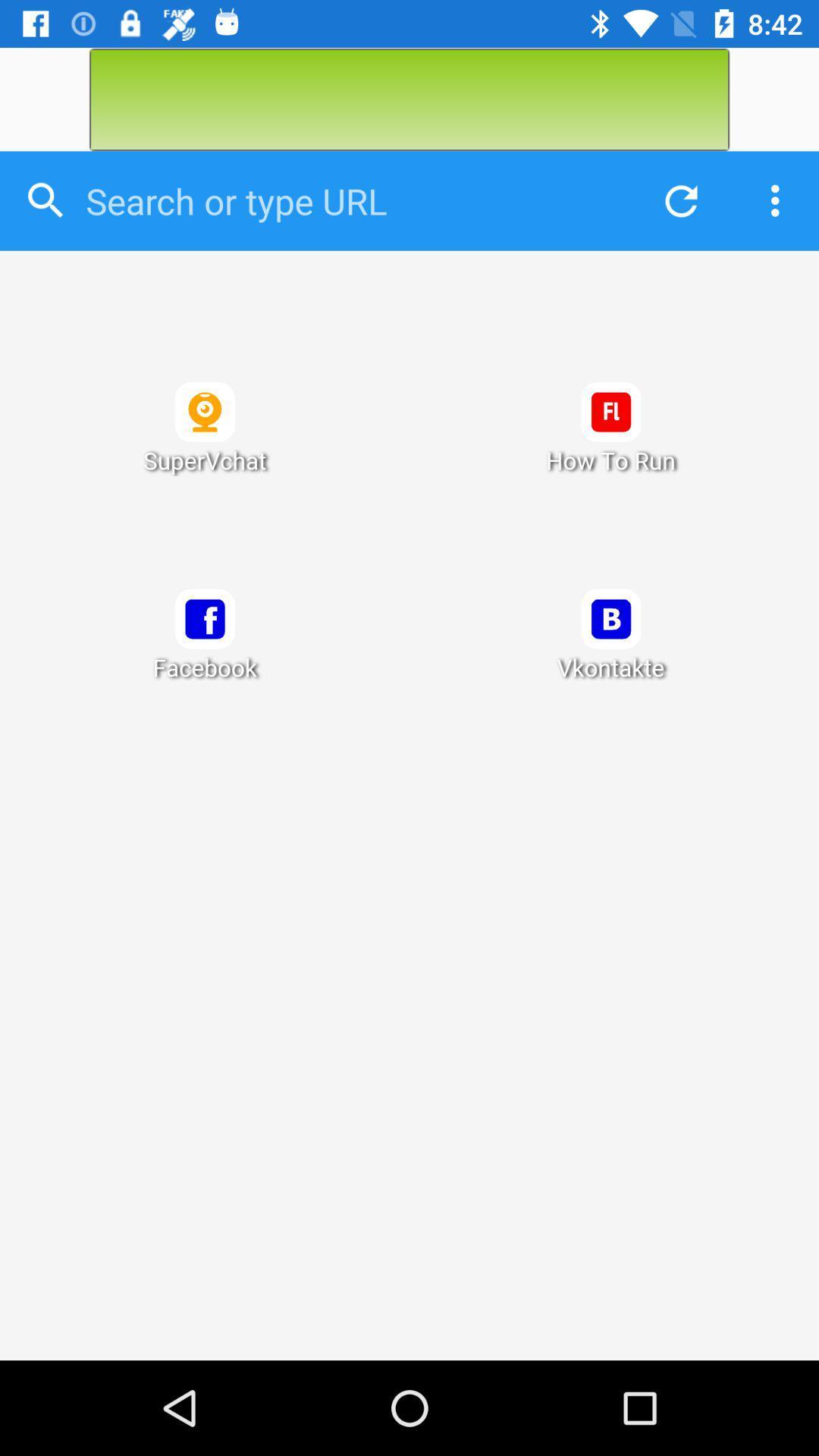 The height and width of the screenshot is (1456, 819). I want to click on search app, so click(350, 200).